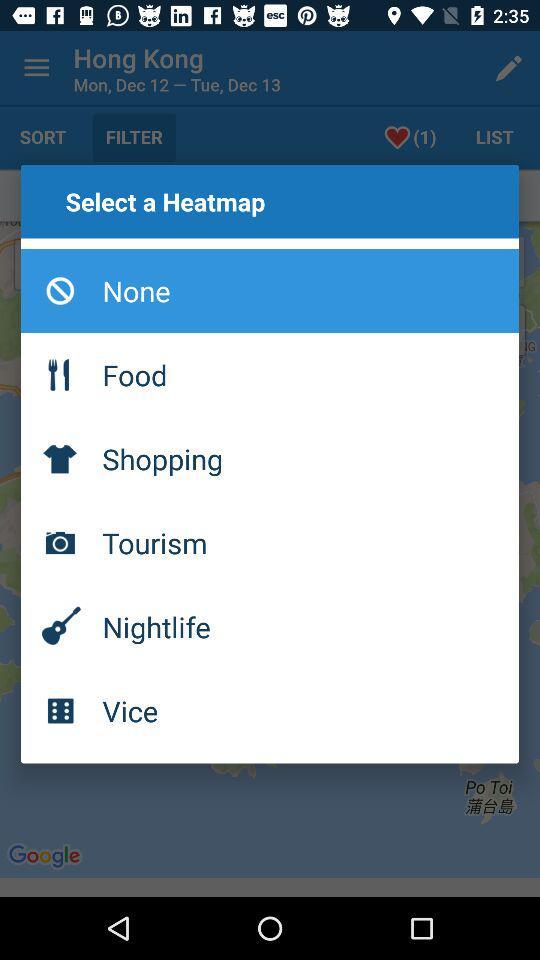  What do you see at coordinates (270, 625) in the screenshot?
I see `nightlife icon` at bounding box center [270, 625].